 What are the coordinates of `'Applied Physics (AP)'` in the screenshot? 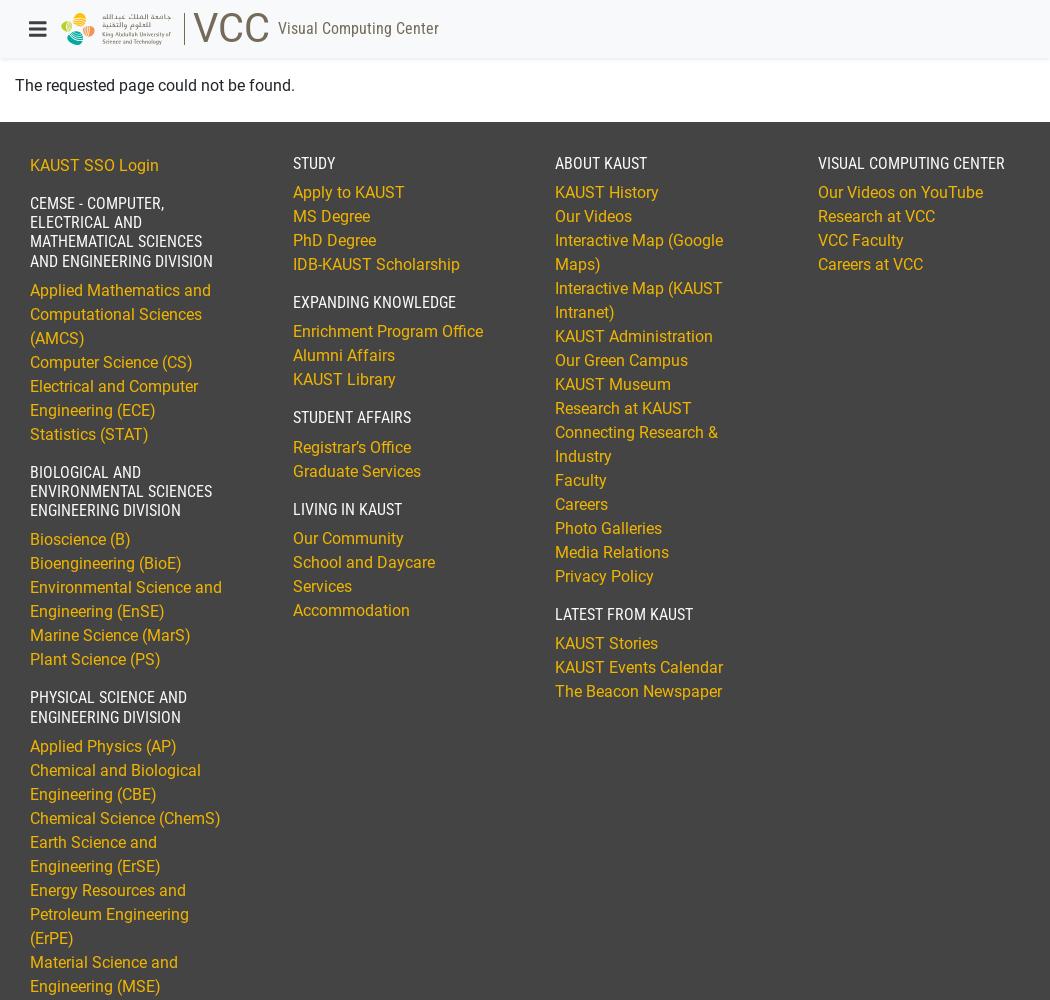 It's located at (103, 744).